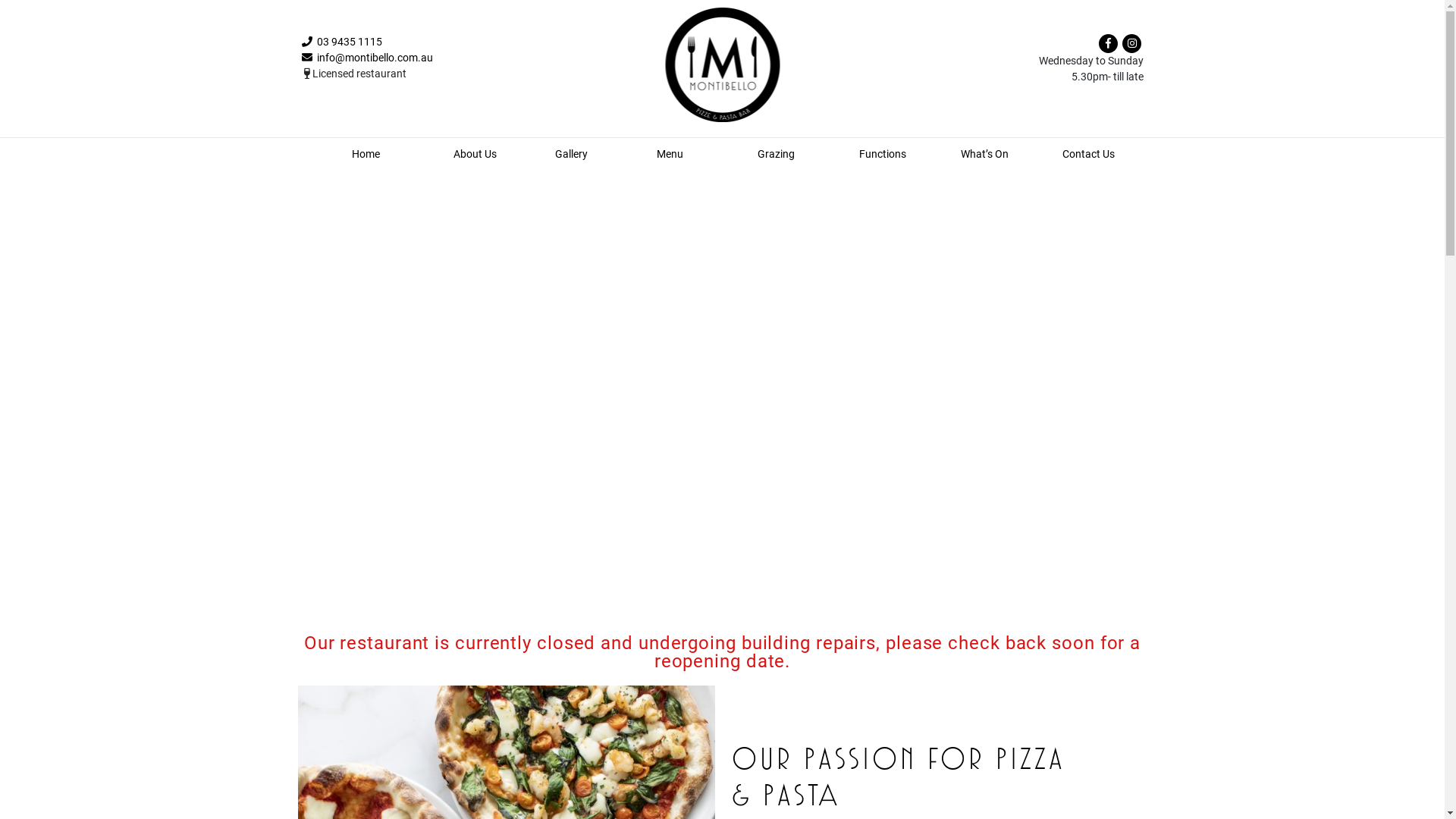 The width and height of the screenshot is (1456, 819). Describe the element at coordinates (570, 154) in the screenshot. I see `'Gallery'` at that location.